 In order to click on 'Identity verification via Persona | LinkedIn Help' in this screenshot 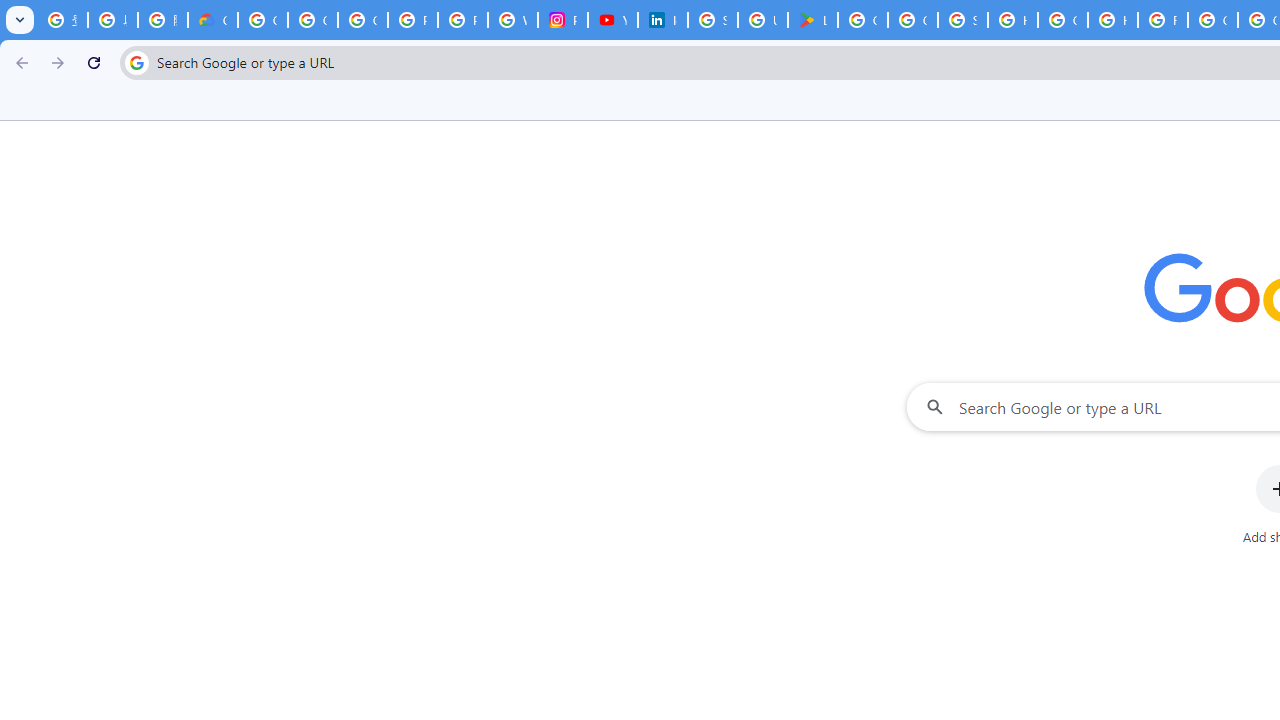, I will do `click(663, 20)`.